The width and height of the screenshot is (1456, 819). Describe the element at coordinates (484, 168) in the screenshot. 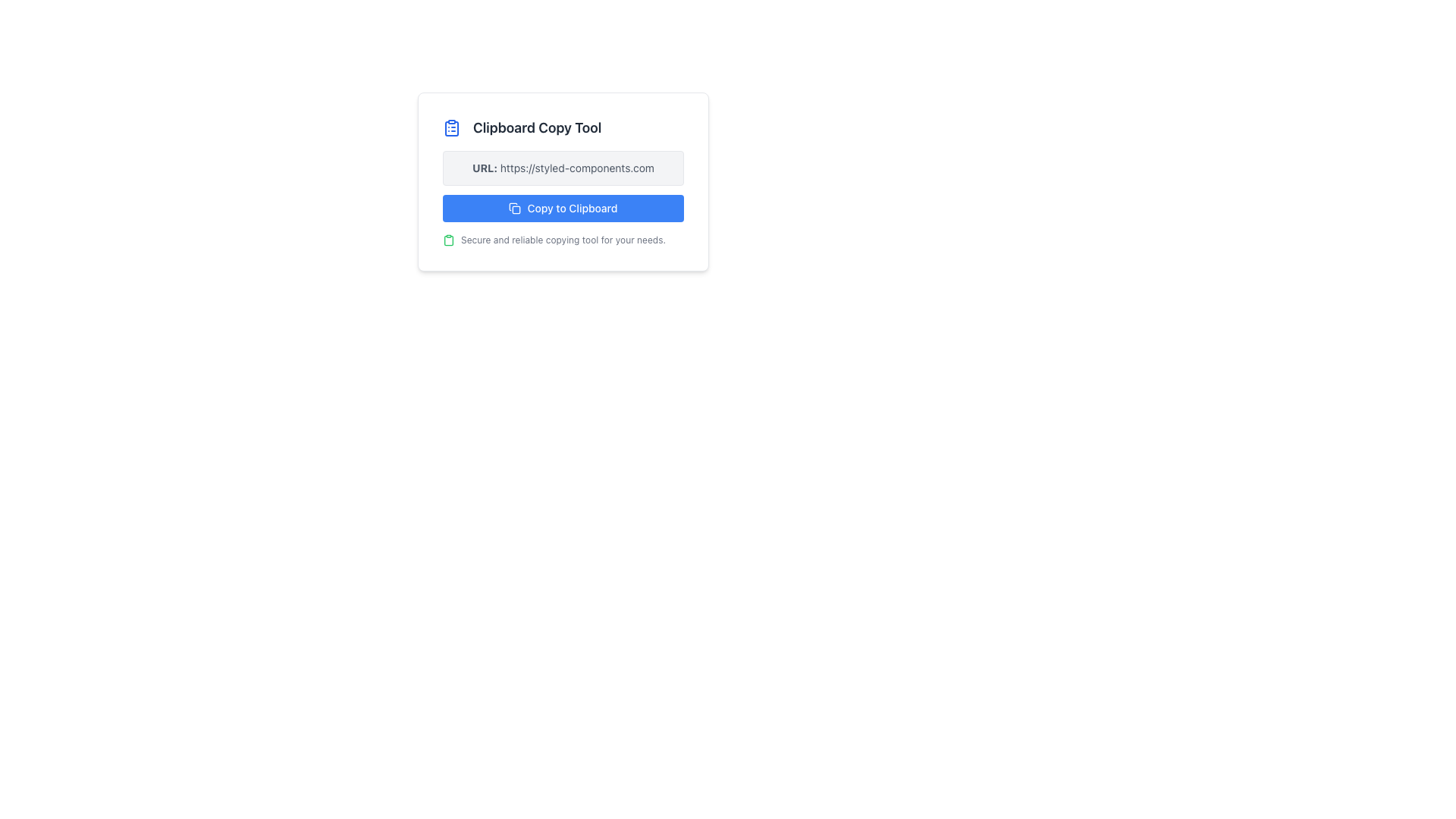

I see `the static text label that indicates the following text represents a URL, positioned immediately to the left of the hyperlink` at that location.